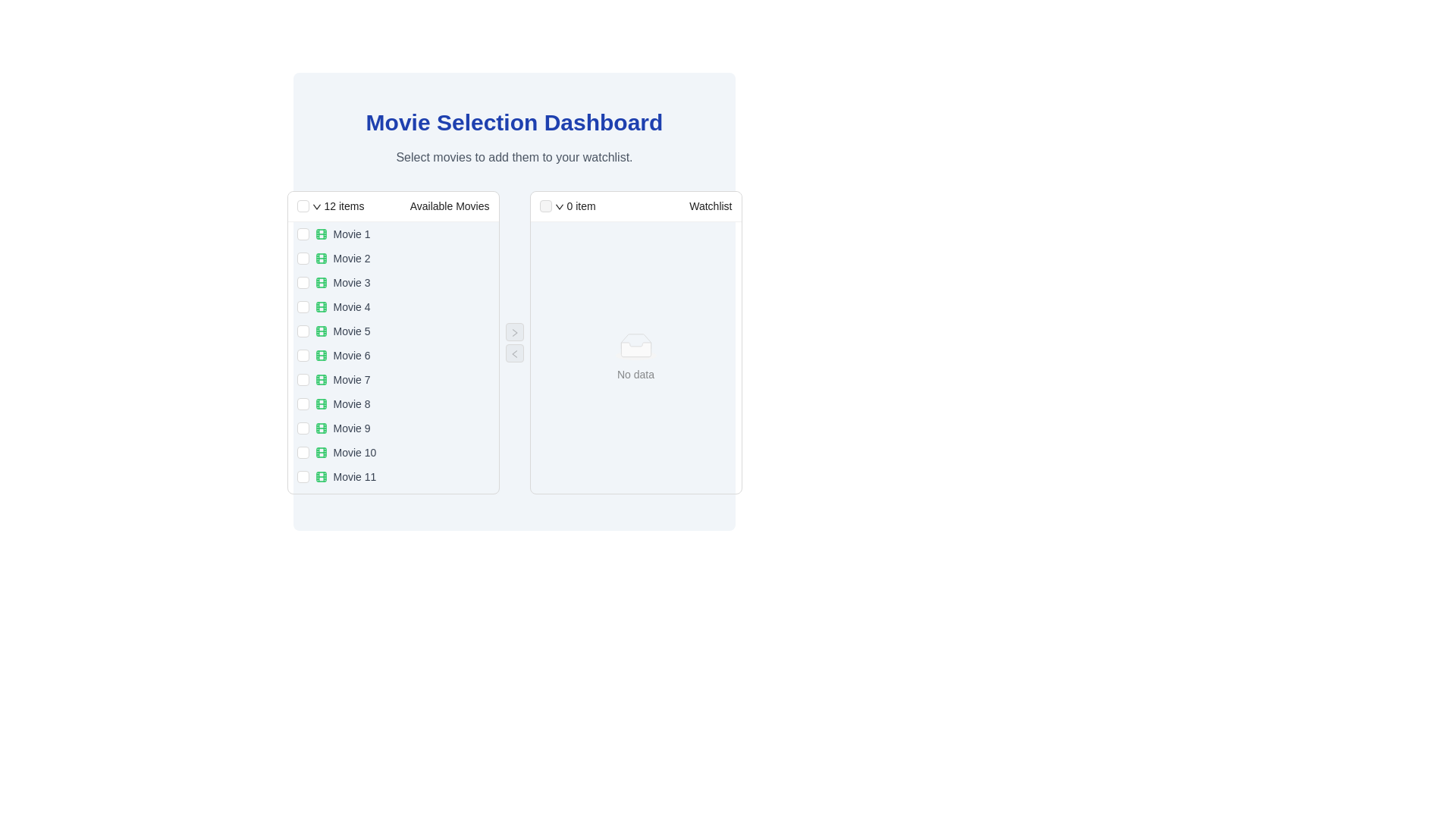  Describe the element at coordinates (393, 475) in the screenshot. I see `the checkbox of the list item for 'Movie 11'` at that location.